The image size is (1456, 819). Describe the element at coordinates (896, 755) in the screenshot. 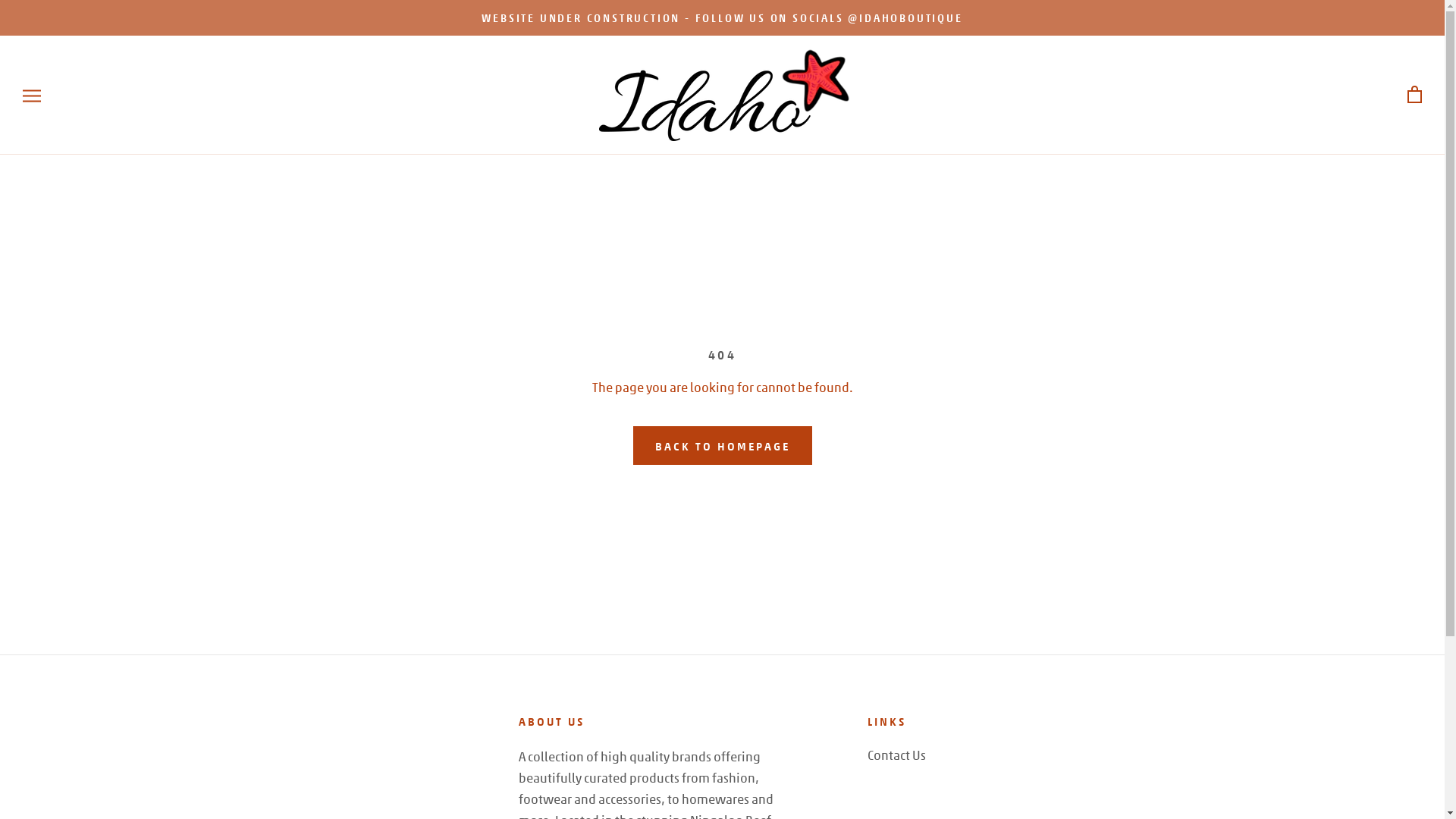

I see `'Contact Us'` at that location.